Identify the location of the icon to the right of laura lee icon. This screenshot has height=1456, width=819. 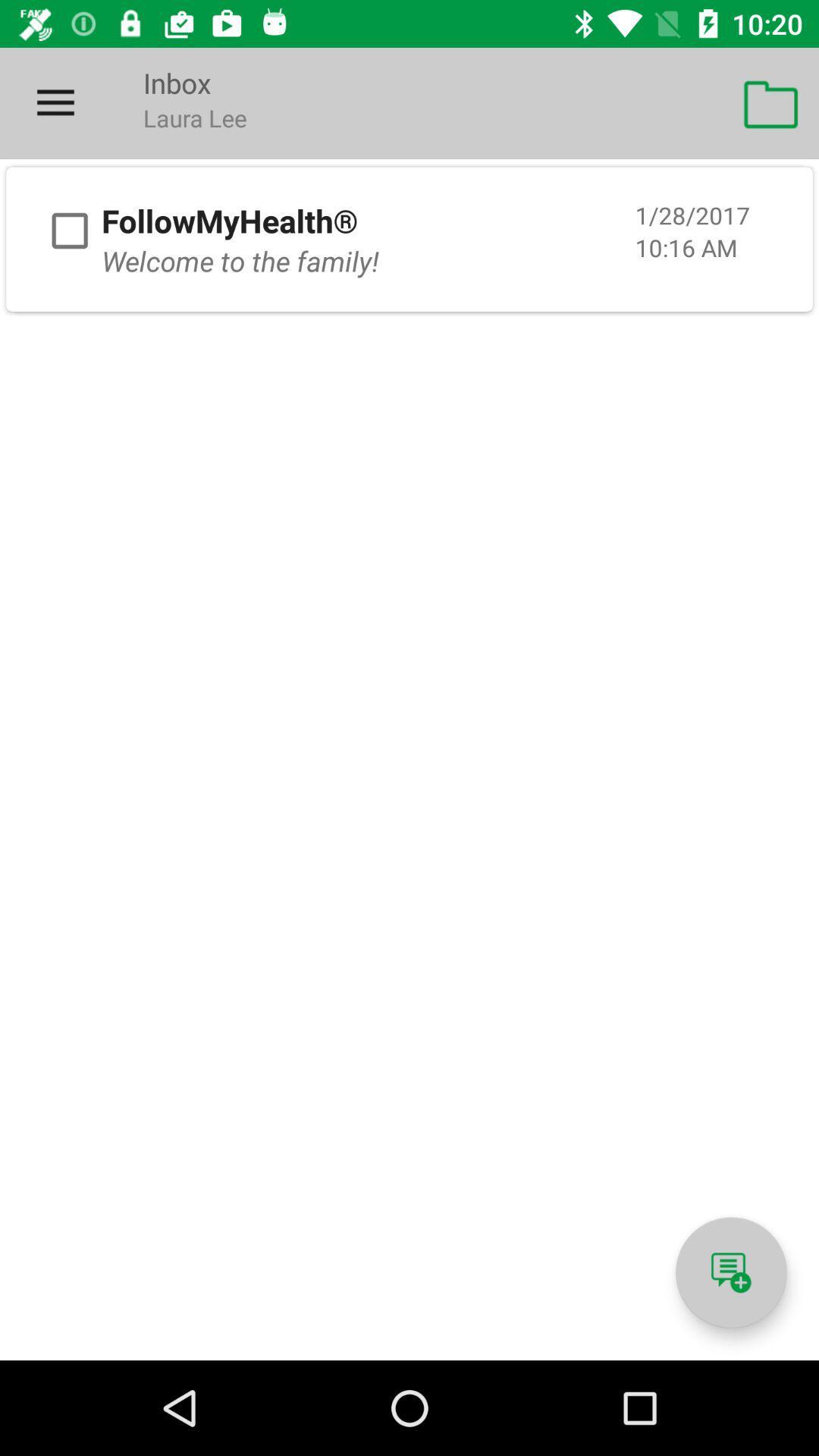
(771, 102).